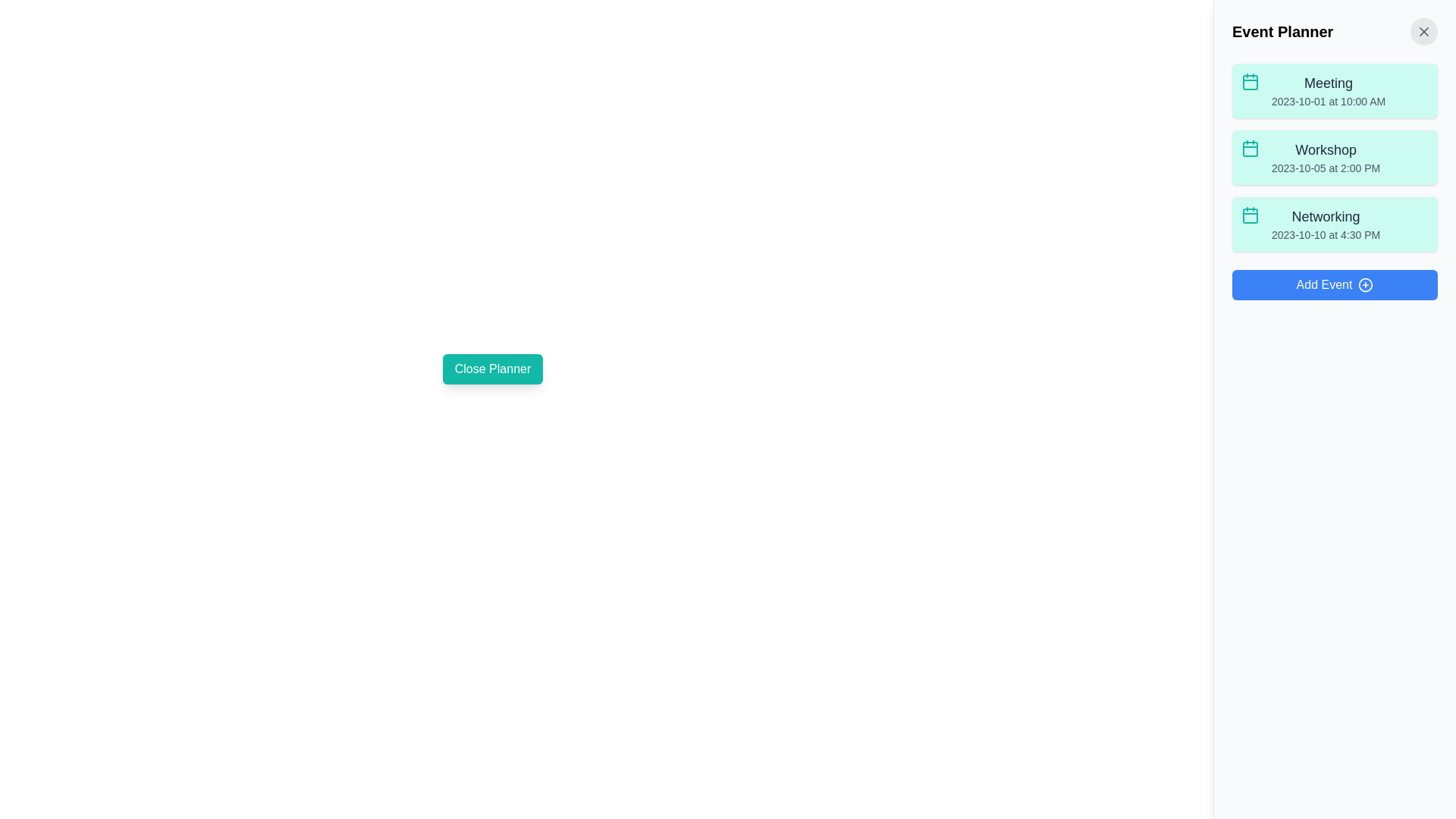  Describe the element at coordinates (1325, 234) in the screenshot. I see `the static text label displaying '2023-10-10 at 4:30 PM' located below the 'Networking' title within the highlighted card` at that location.